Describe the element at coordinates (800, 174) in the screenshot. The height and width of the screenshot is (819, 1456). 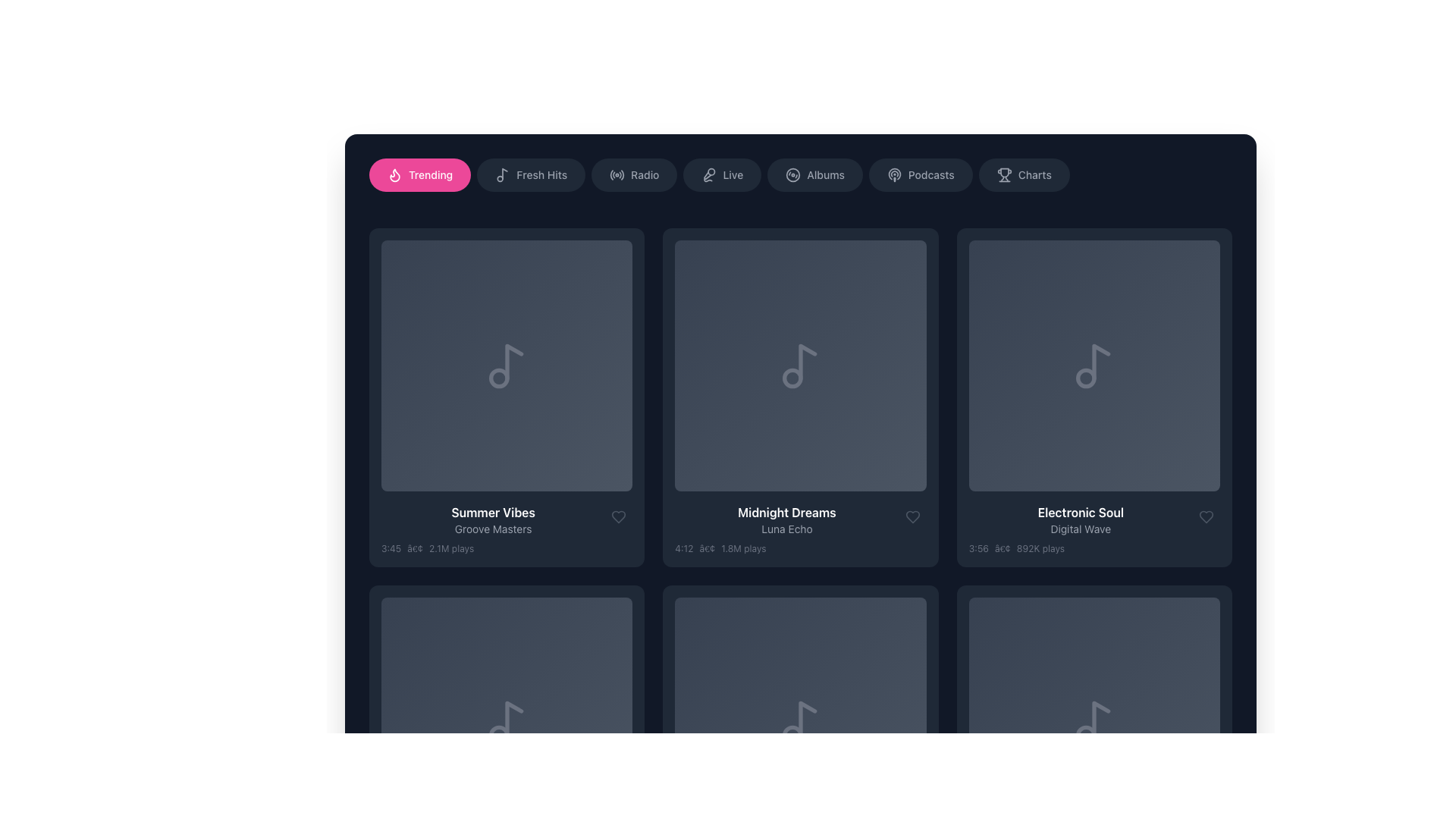
I see `the 'Albums' interactive button, which has a dark gray rounded background and is the 5th item in the horizontal menu bar` at that location.